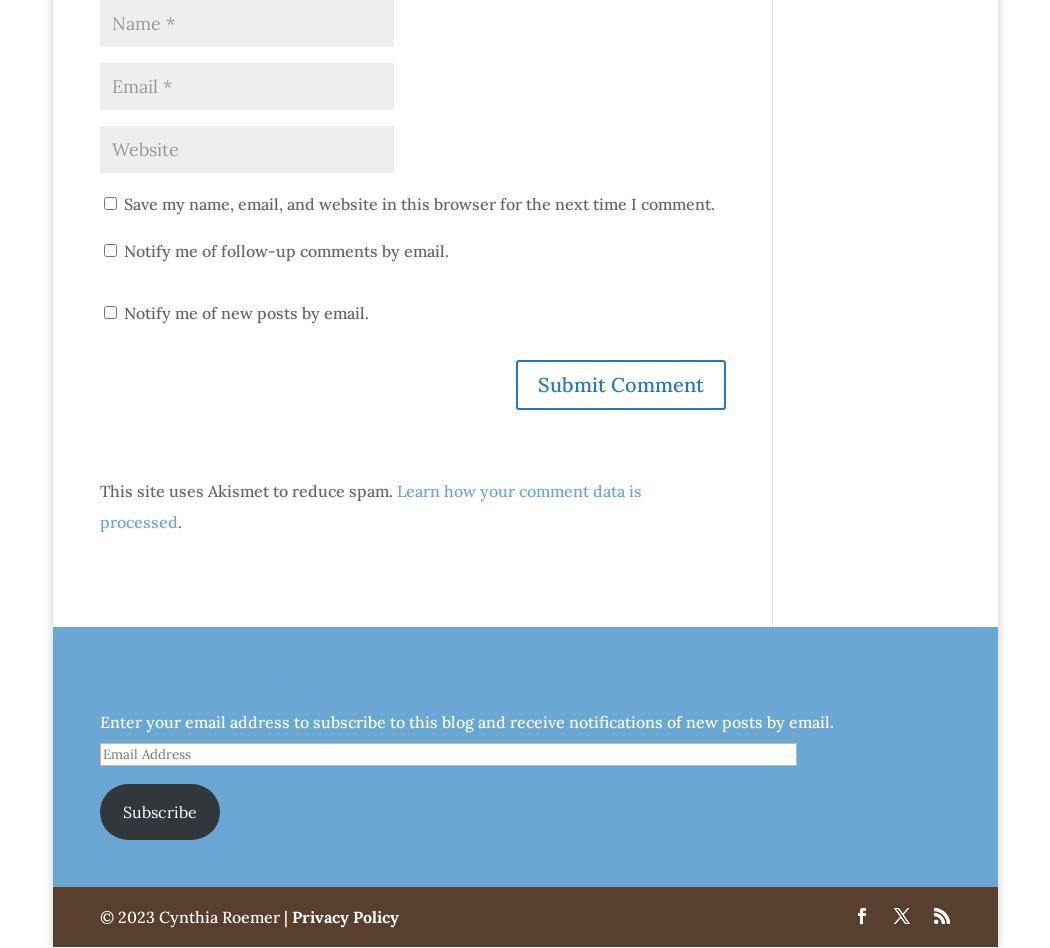  I want to click on 'This site uses Akismet to reduce spam.', so click(247, 490).